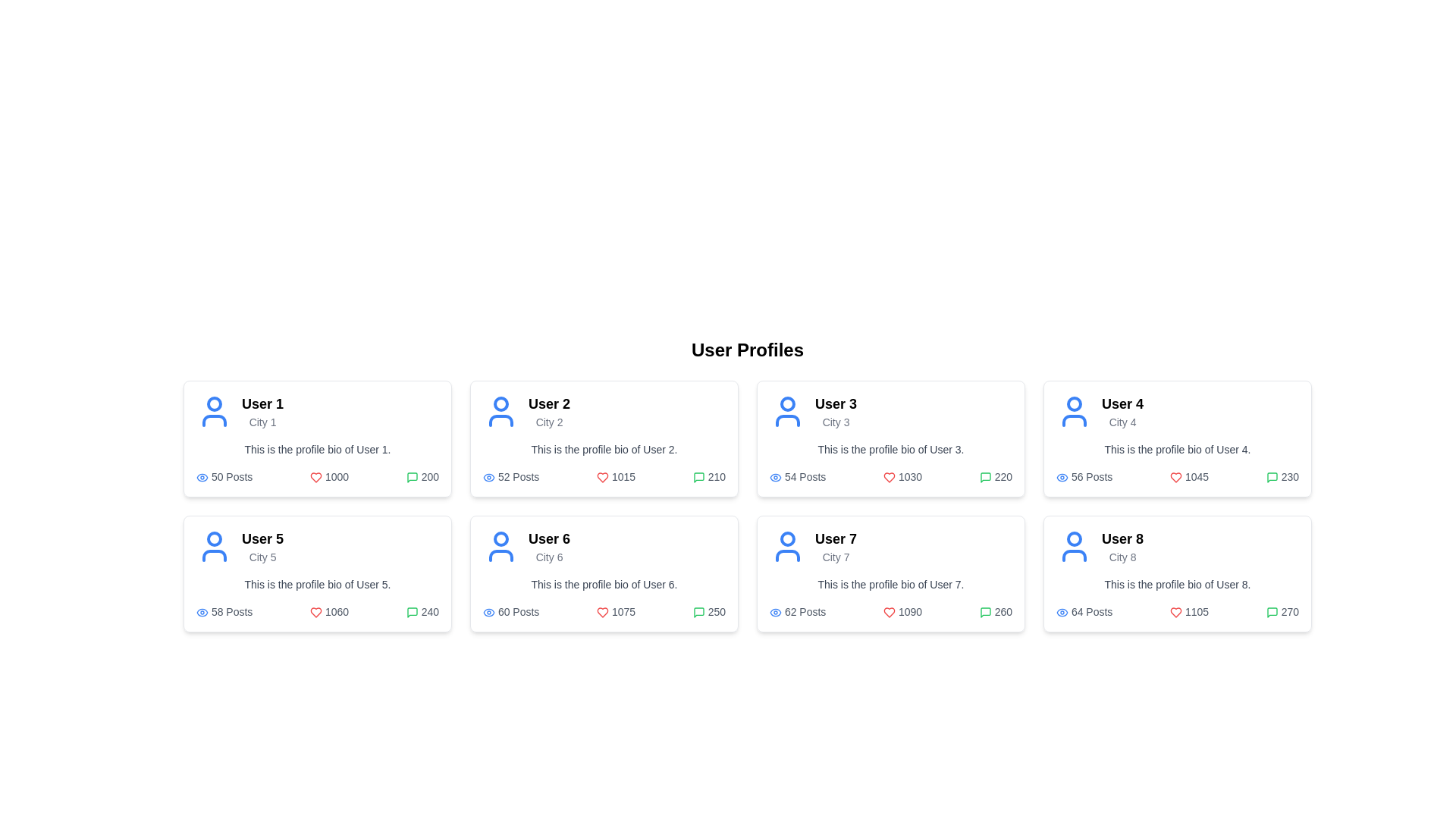 Image resolution: width=1456 pixels, height=819 pixels. Describe the element at coordinates (224, 475) in the screenshot. I see `the informational label with an icon and text indicating the number of posts associated with 'User 1', located in the bottom-left section of the first user profile card` at that location.